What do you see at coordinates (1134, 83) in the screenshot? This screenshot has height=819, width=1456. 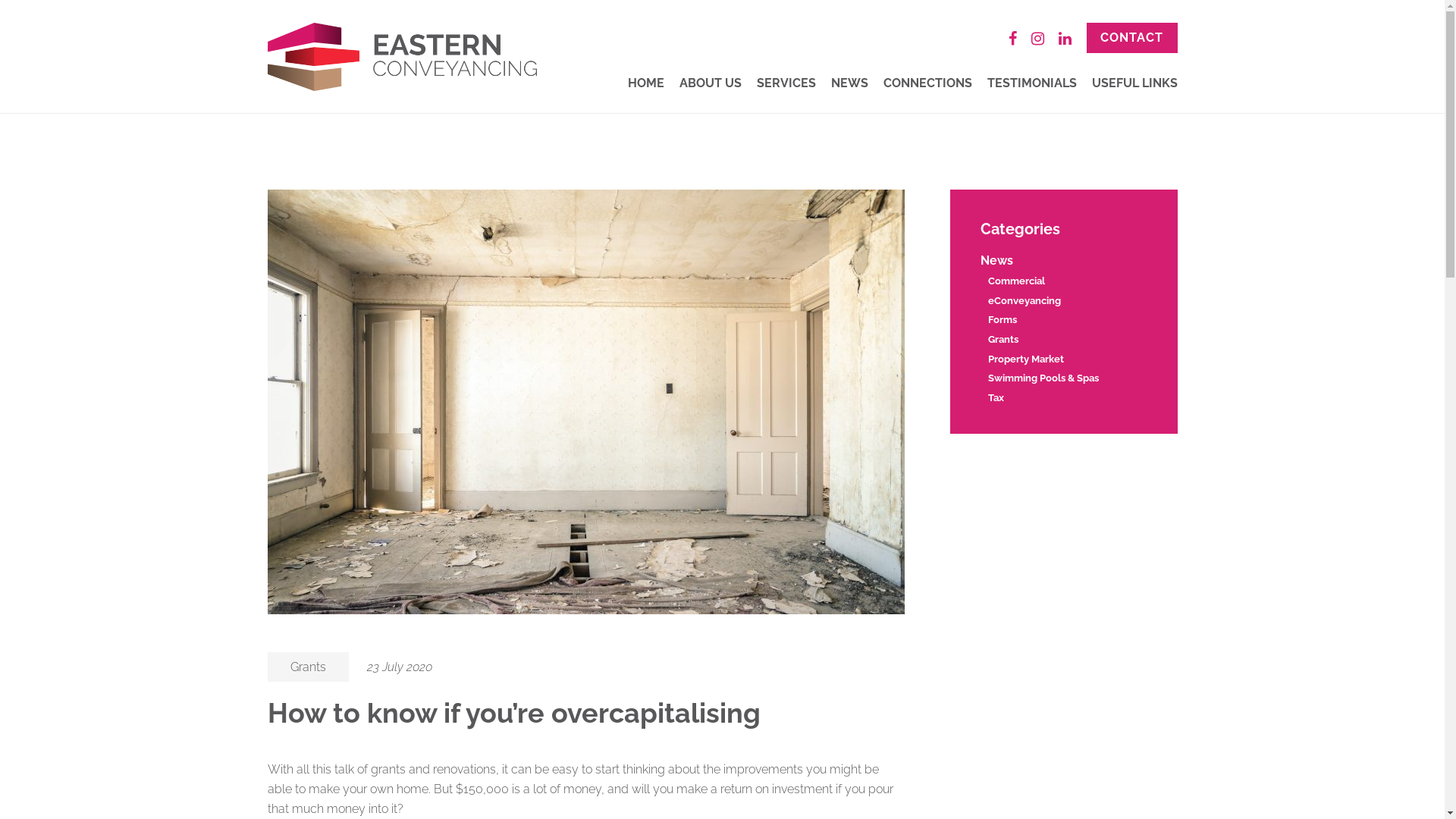 I see `'USEFUL LINKS'` at bounding box center [1134, 83].